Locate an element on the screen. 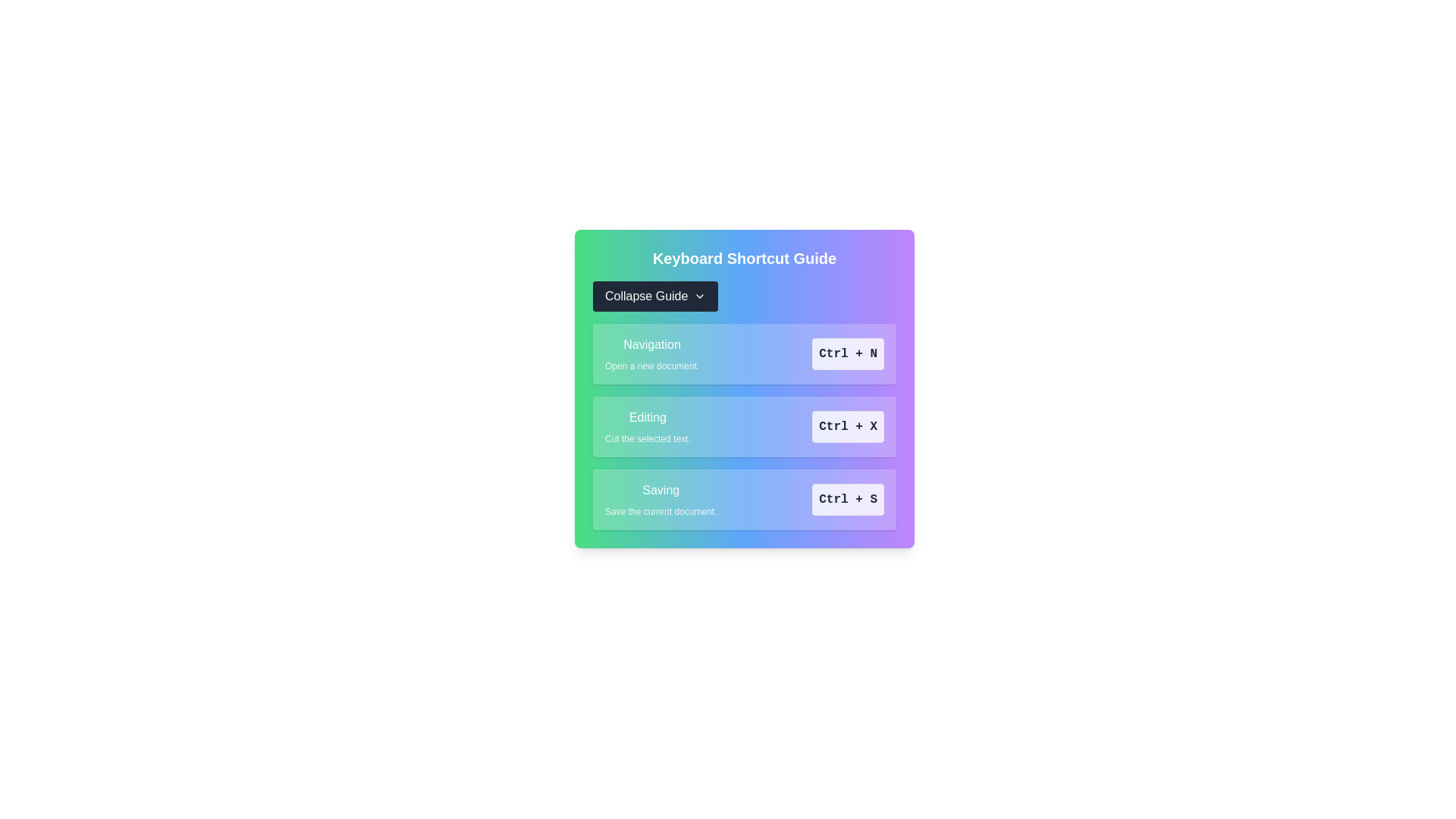 The height and width of the screenshot is (819, 1456). the text label displaying the keyboard shortcut 'Ctrl + N' associated with the 'Navigation' functionality, located on the right-most side of its group is located at coordinates (847, 353).